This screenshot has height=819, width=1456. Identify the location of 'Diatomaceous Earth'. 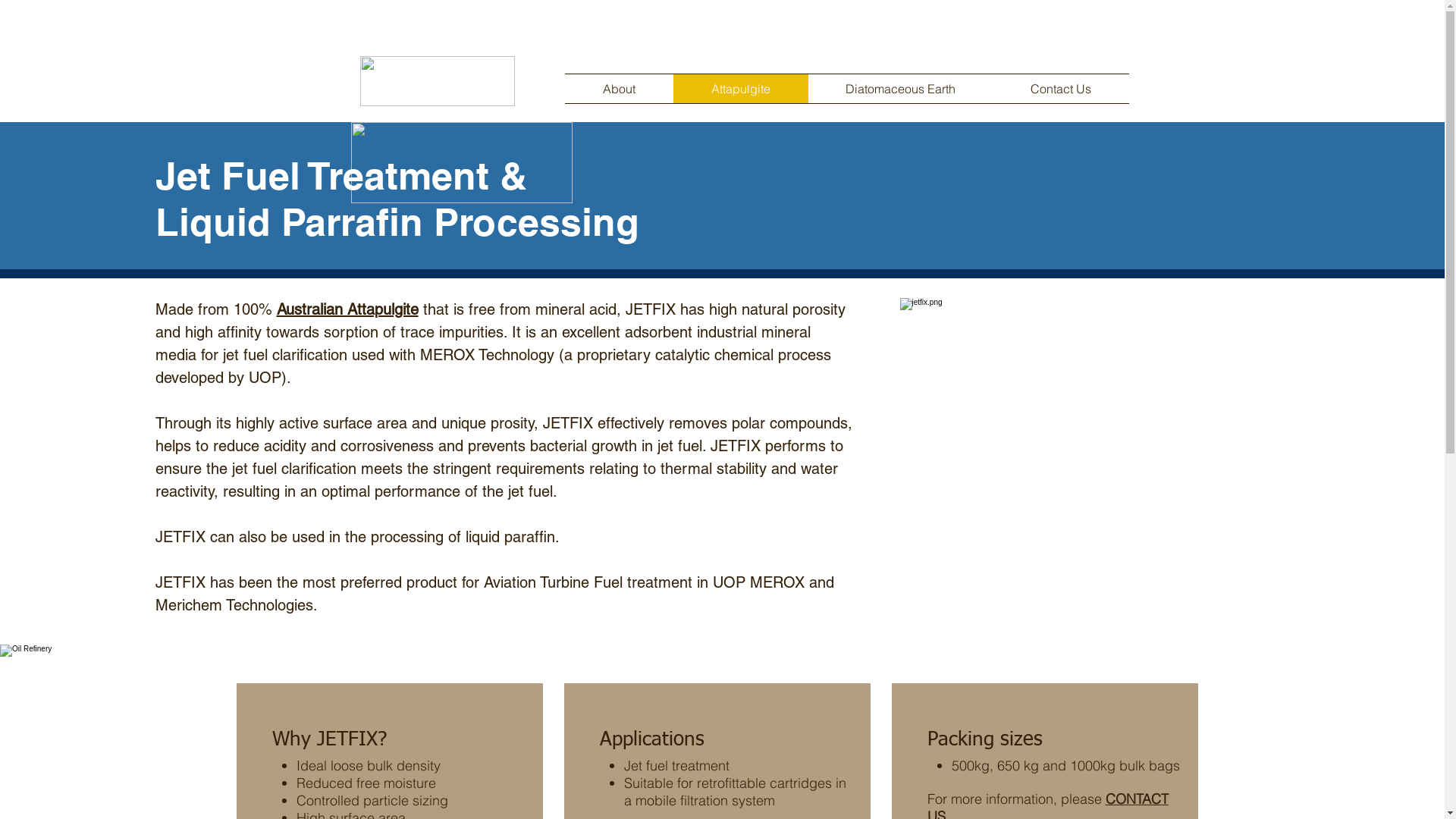
(807, 88).